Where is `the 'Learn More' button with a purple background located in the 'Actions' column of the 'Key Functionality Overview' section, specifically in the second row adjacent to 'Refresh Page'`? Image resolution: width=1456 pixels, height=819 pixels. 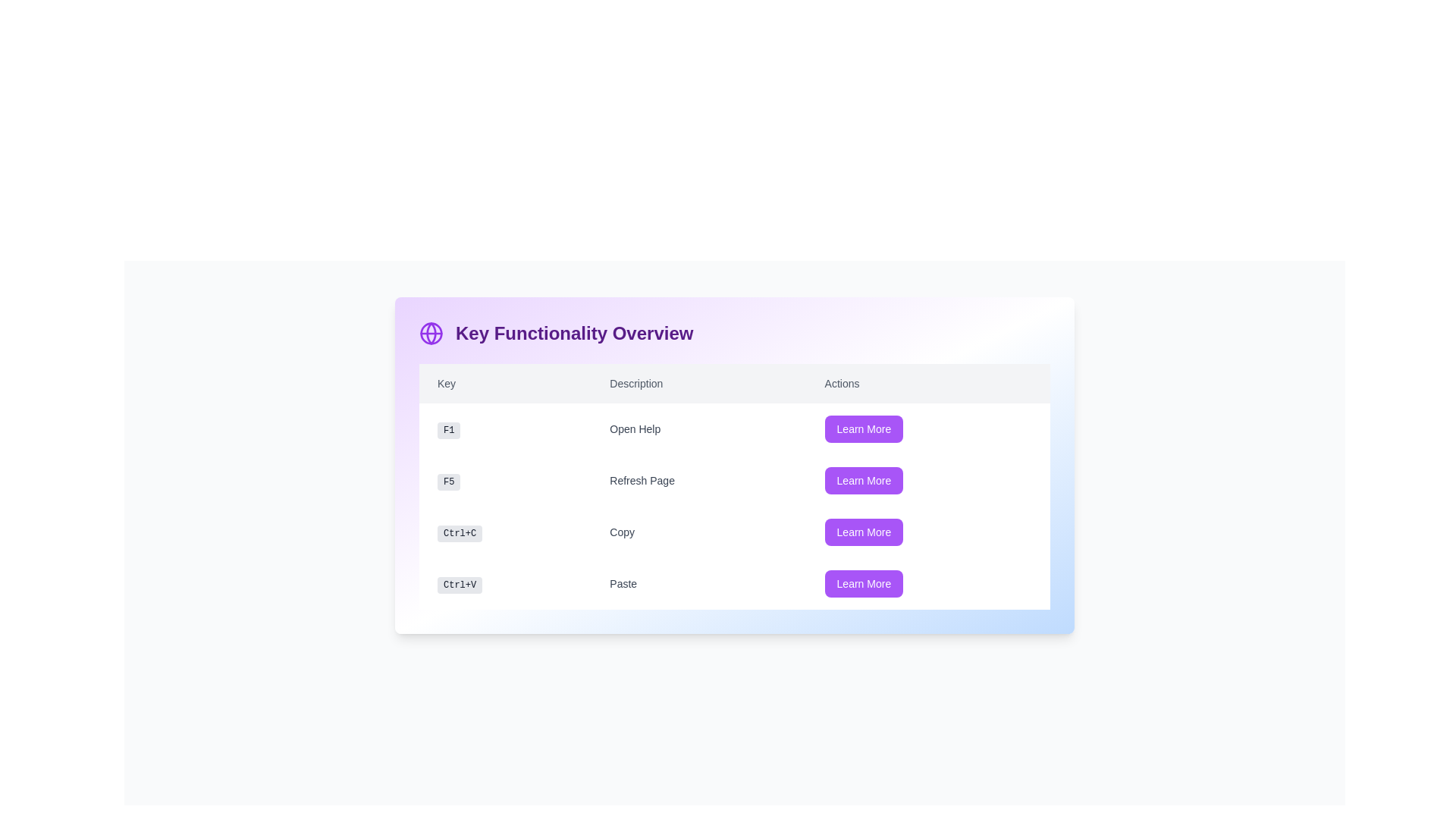
the 'Learn More' button with a purple background located in the 'Actions' column of the 'Key Functionality Overview' section, specifically in the second row adjacent to 'Refresh Page' is located at coordinates (864, 480).